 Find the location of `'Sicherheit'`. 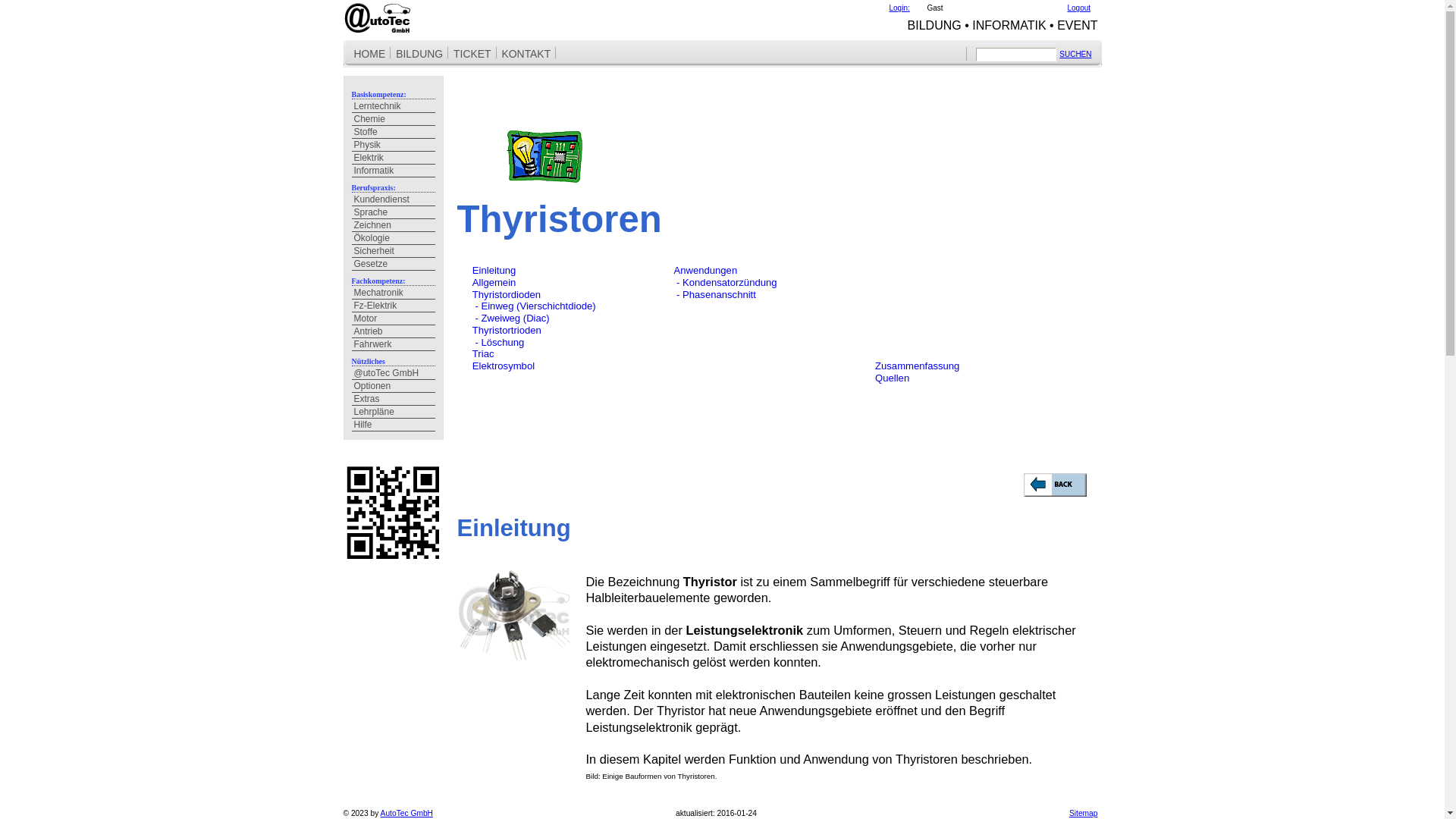

'Sicherheit' is located at coordinates (393, 250).